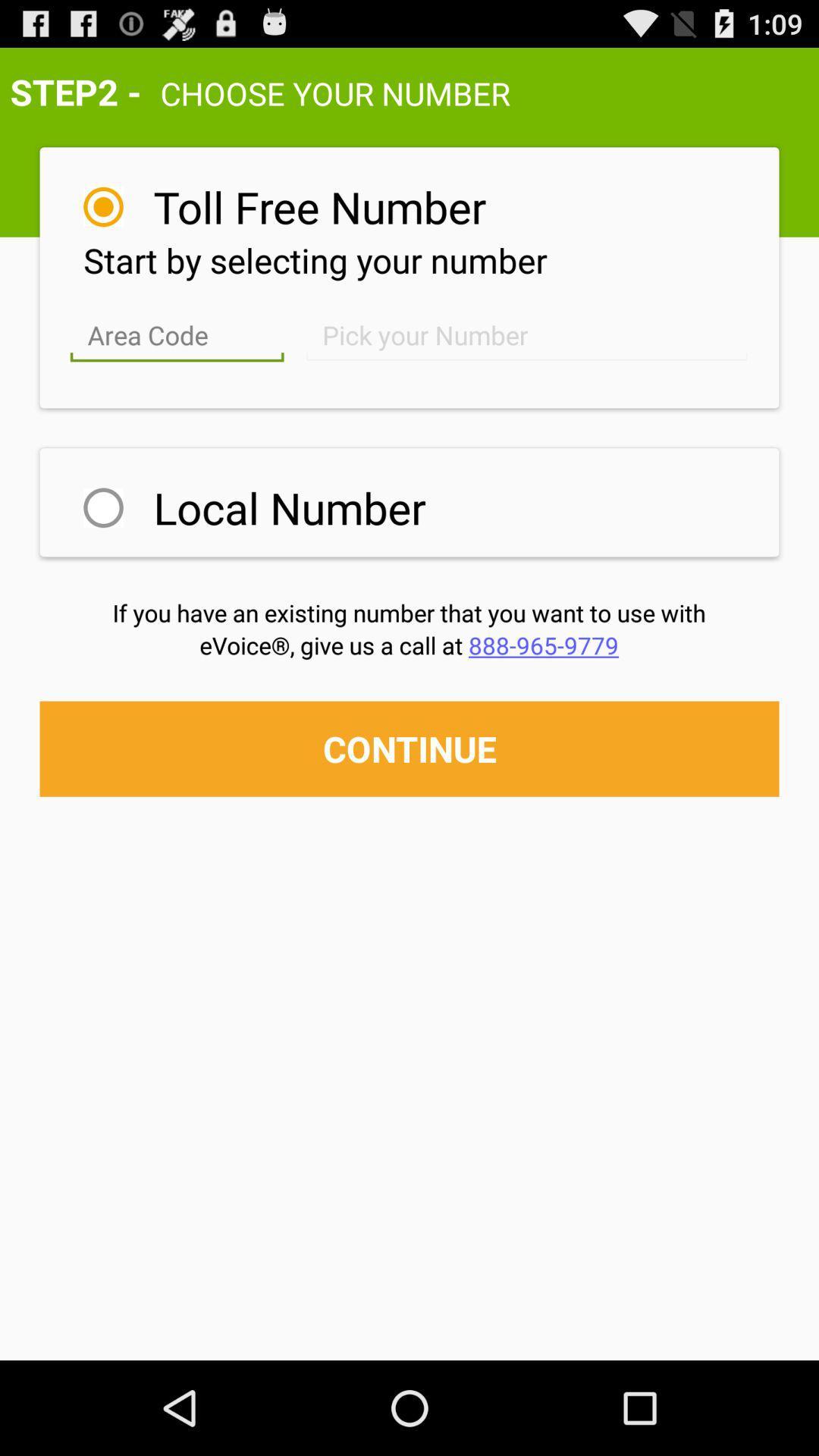 The image size is (819, 1456). What do you see at coordinates (408, 645) in the screenshot?
I see `icon above continue button` at bounding box center [408, 645].